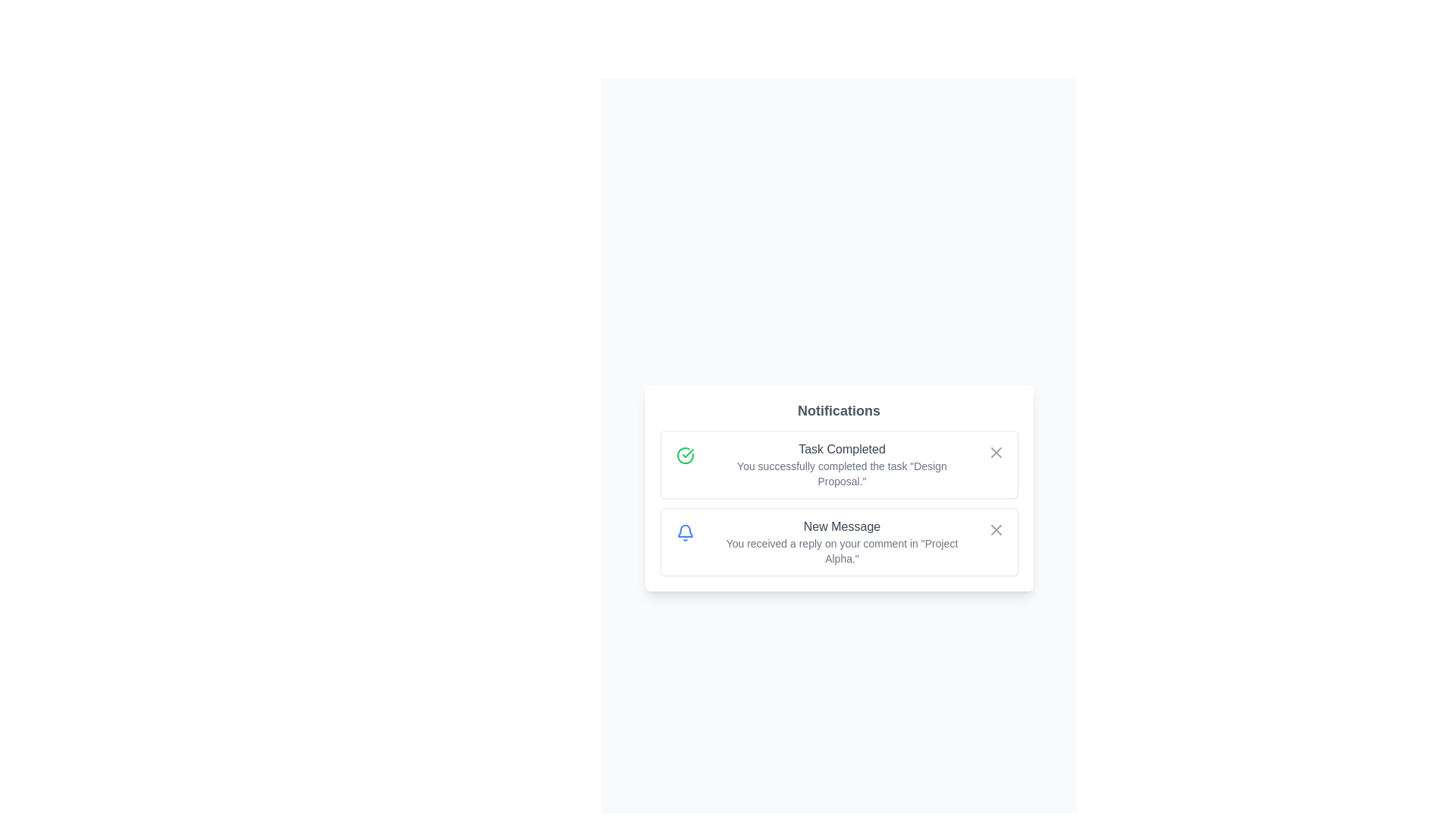 The width and height of the screenshot is (1456, 819). Describe the element at coordinates (996, 529) in the screenshot. I see `the close button of the notification with title New Message` at that location.